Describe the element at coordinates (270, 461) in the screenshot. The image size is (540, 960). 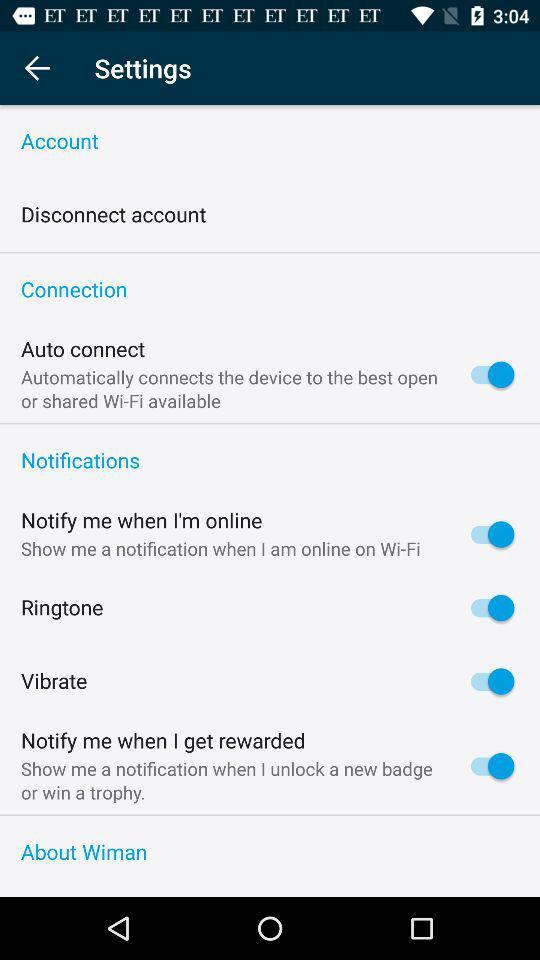
I see `item above notify me when item` at that location.